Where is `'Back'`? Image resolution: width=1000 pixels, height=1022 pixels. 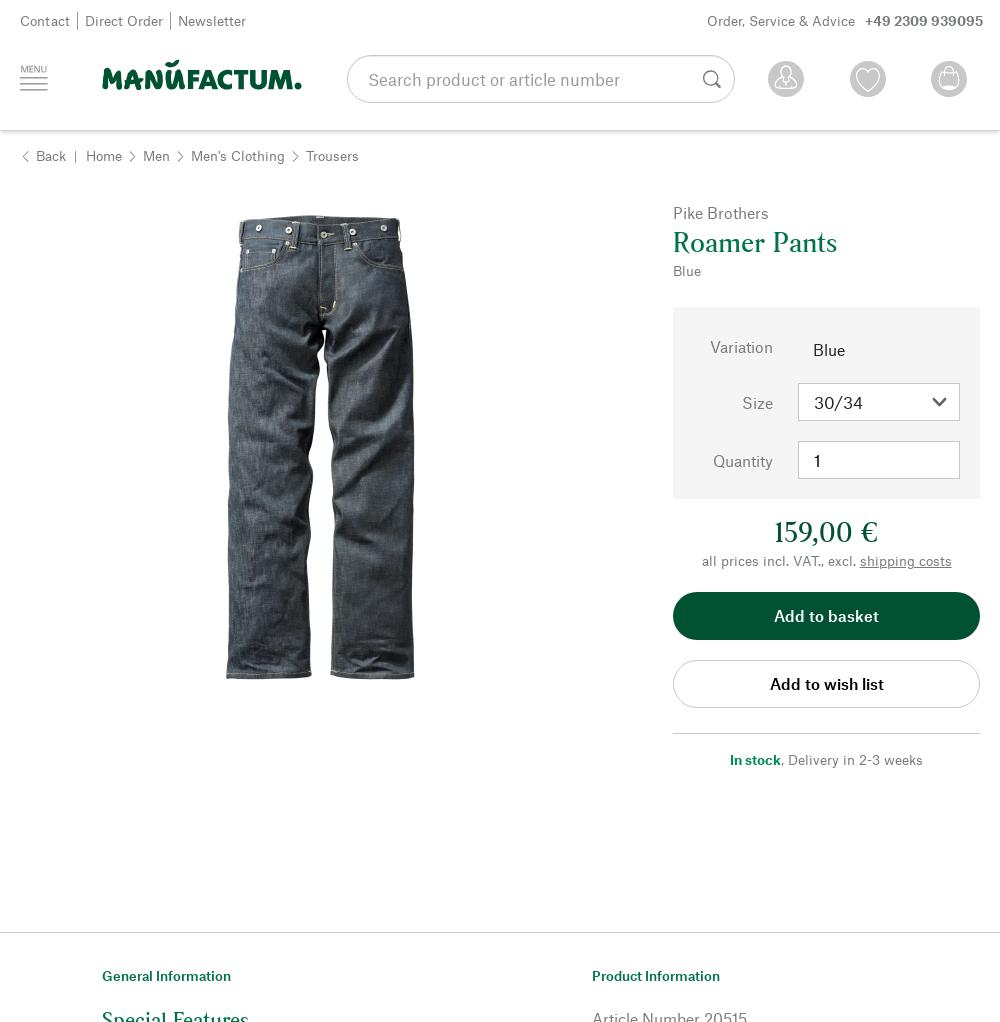
'Back' is located at coordinates (51, 153).